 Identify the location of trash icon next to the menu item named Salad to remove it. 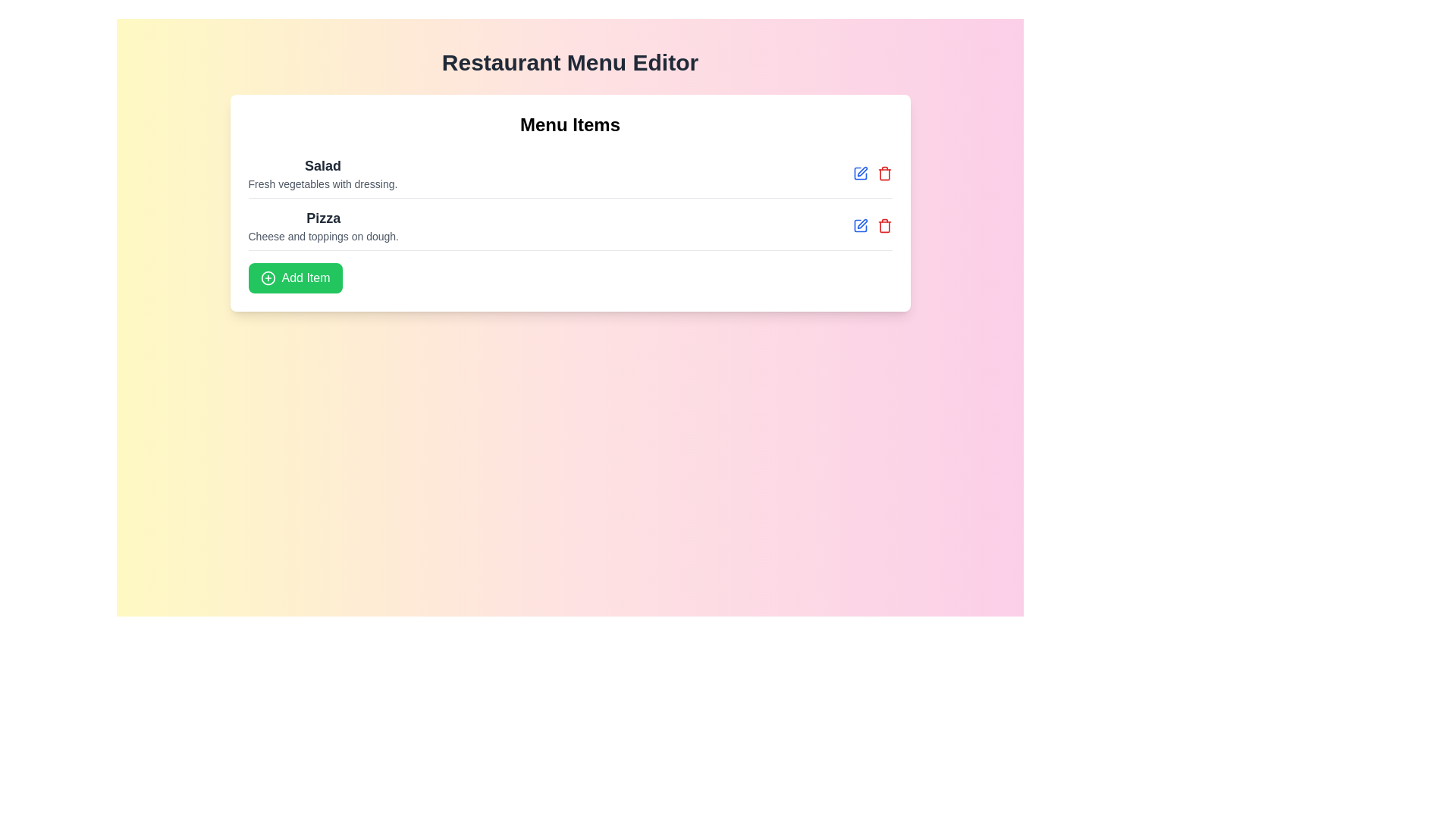
(884, 172).